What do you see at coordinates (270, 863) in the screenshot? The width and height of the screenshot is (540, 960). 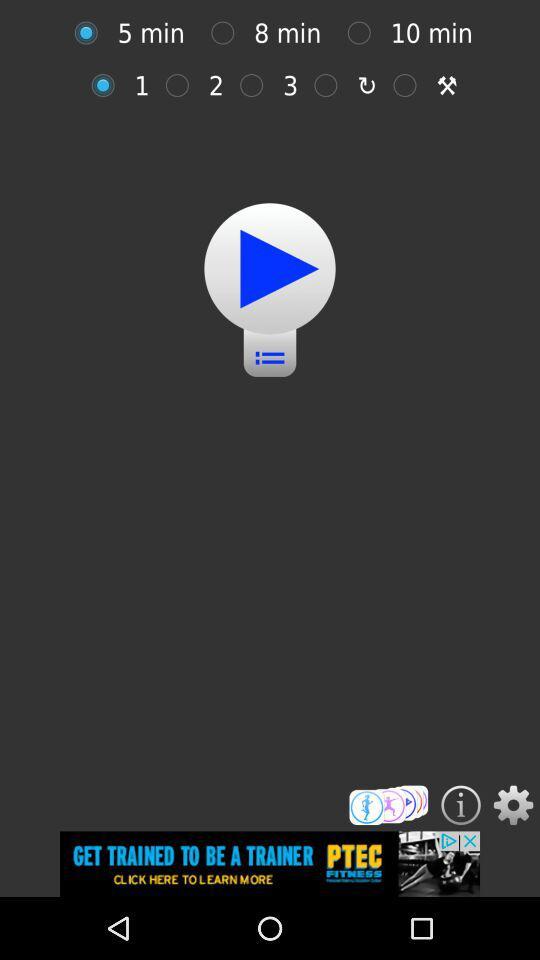 I see `advertisement link` at bounding box center [270, 863].